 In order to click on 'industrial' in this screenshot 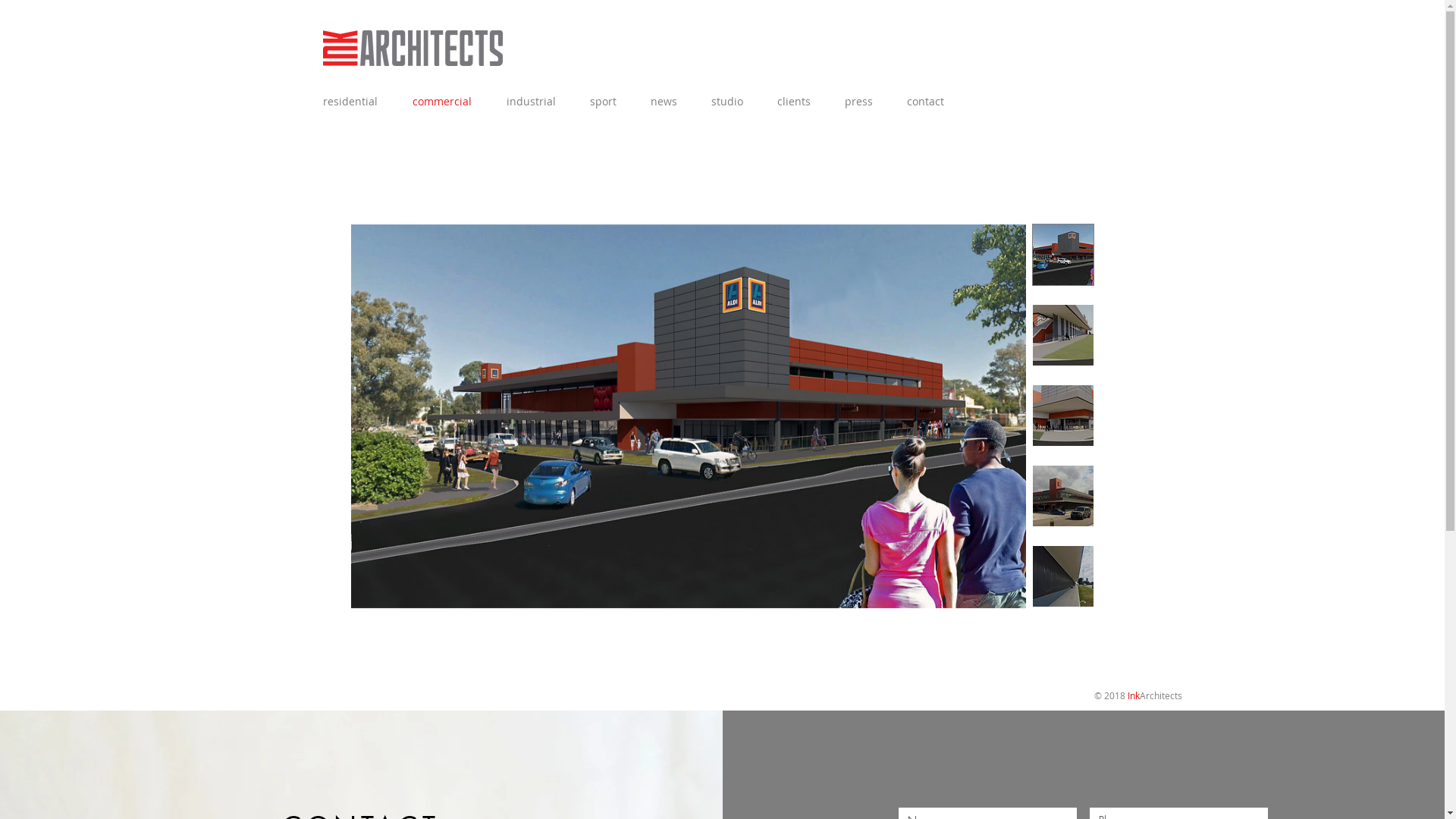, I will do `click(535, 101)`.